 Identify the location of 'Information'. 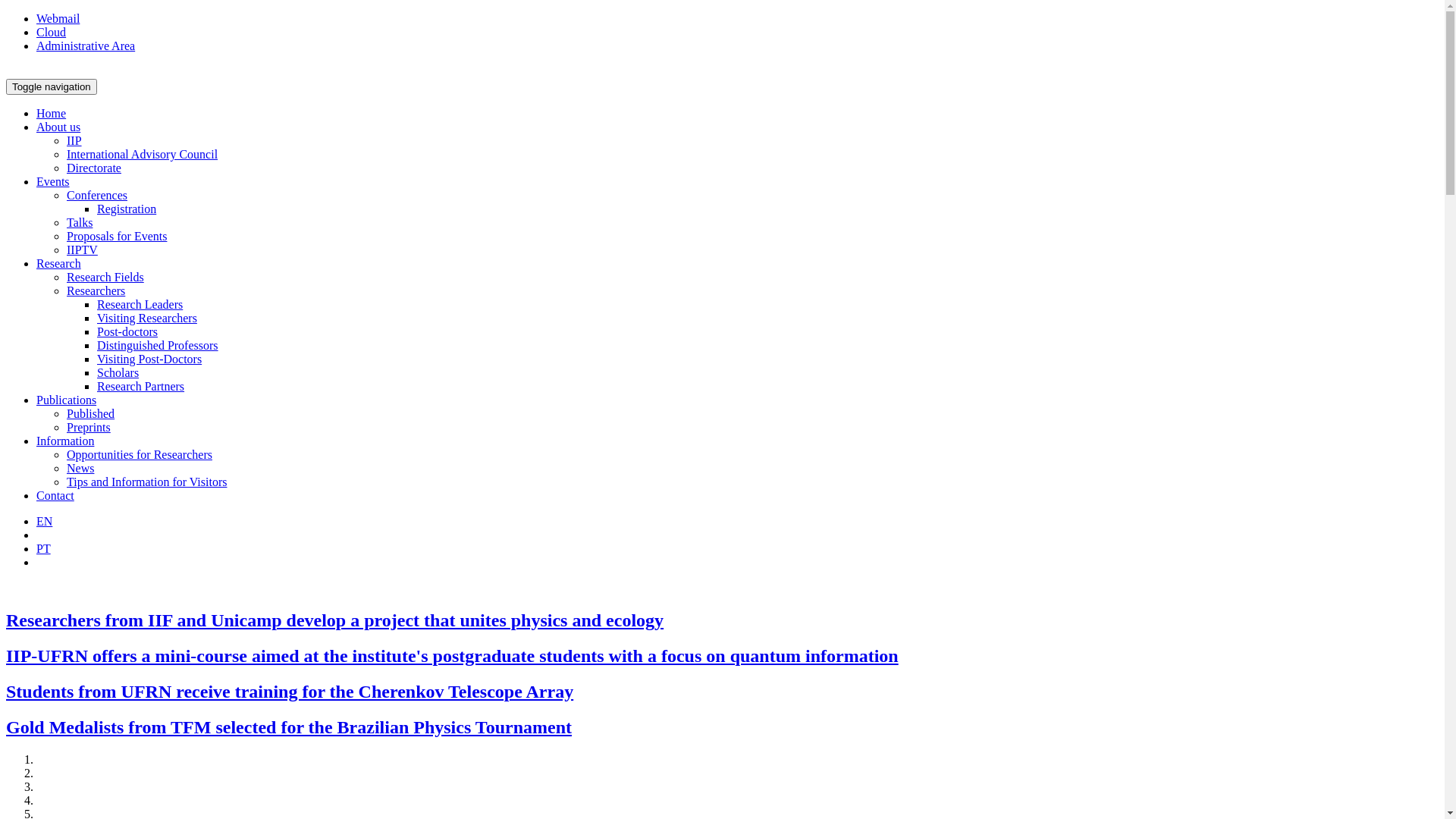
(64, 441).